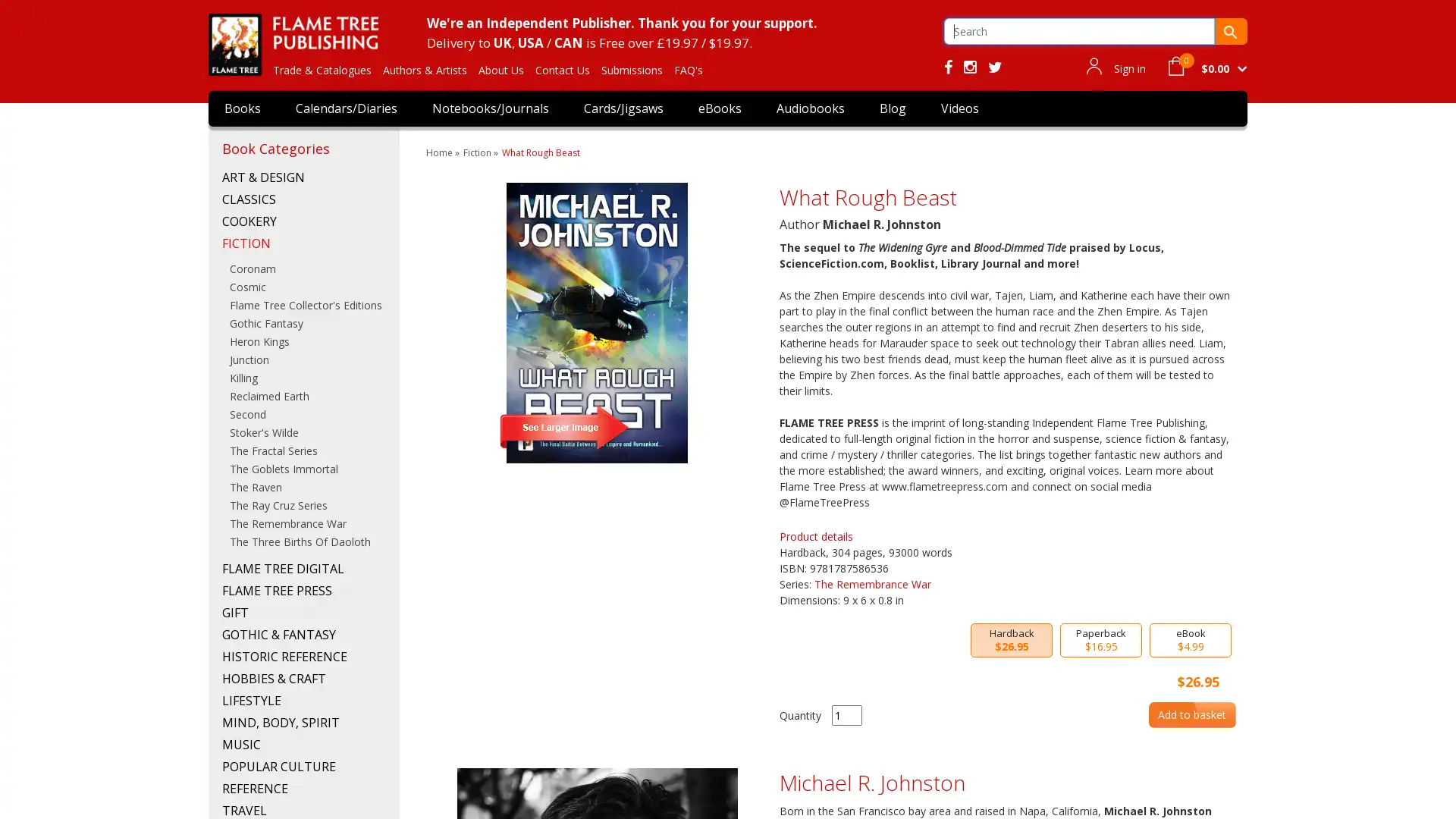 The image size is (1456, 819). What do you see at coordinates (1191, 714) in the screenshot?
I see `Add to basket` at bounding box center [1191, 714].